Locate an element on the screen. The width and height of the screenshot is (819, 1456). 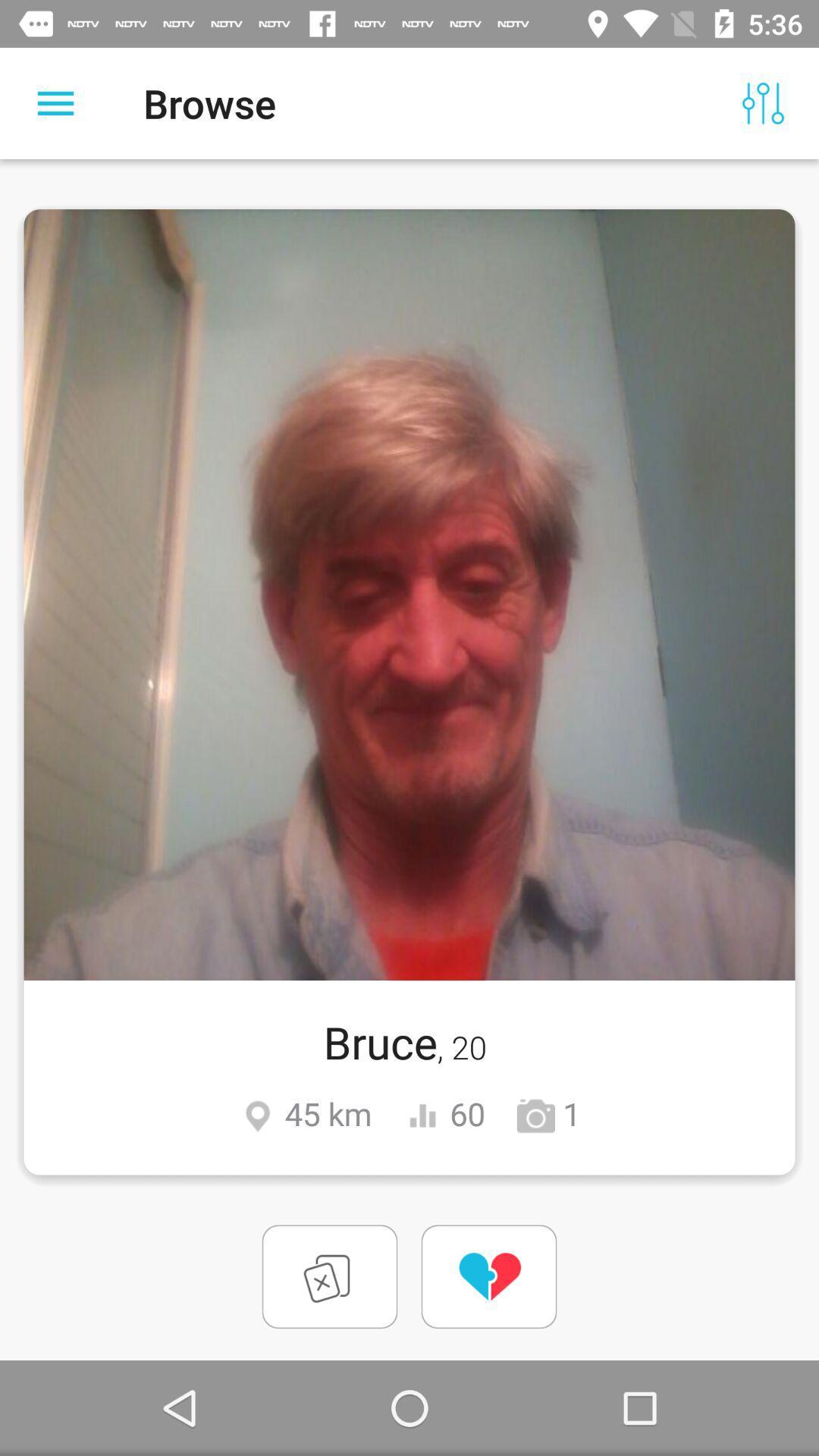
the icon to the left of the browse item is located at coordinates (55, 102).